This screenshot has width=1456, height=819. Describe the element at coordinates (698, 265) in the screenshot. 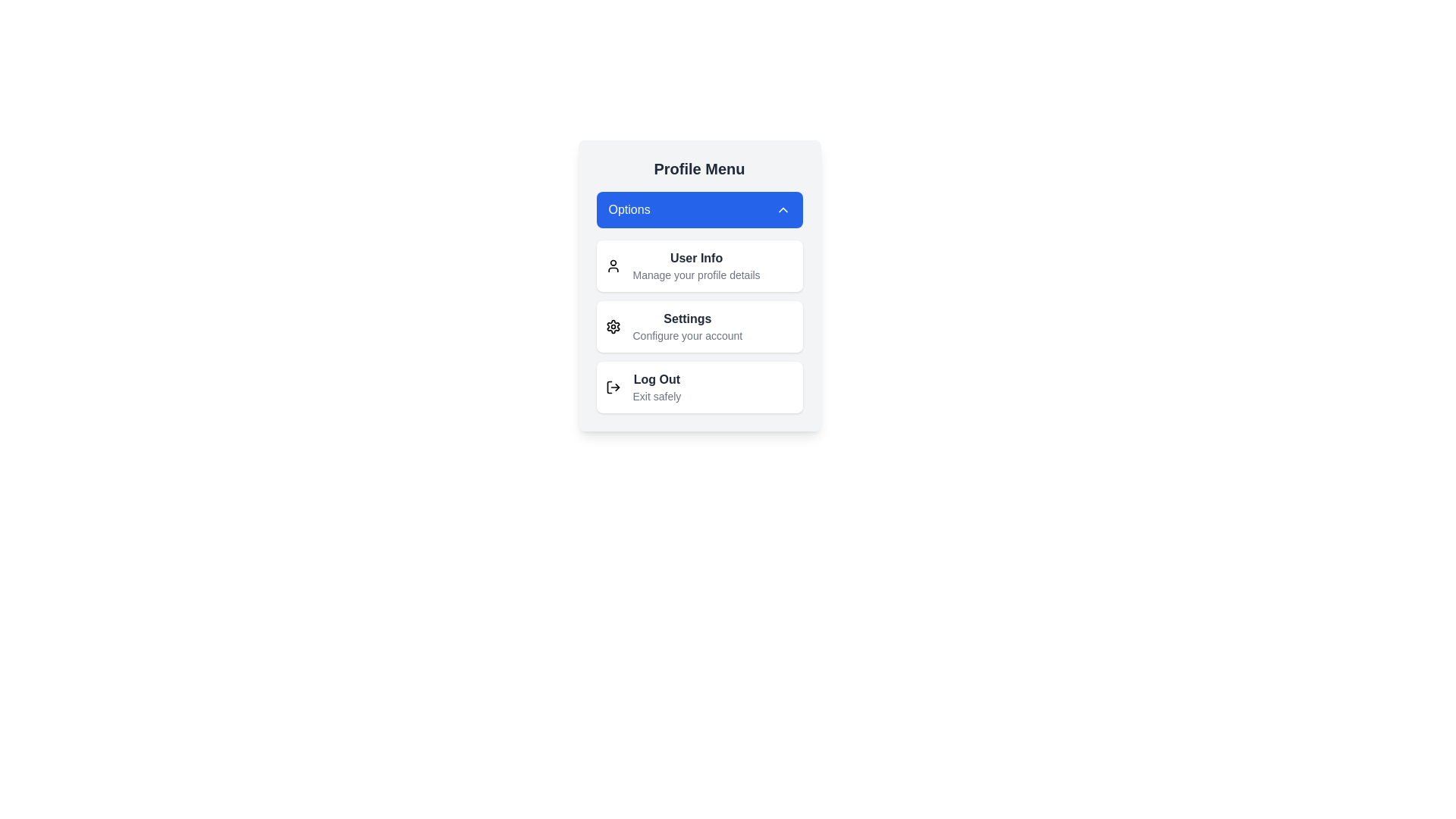

I see `the menu option User Info from the list` at that location.